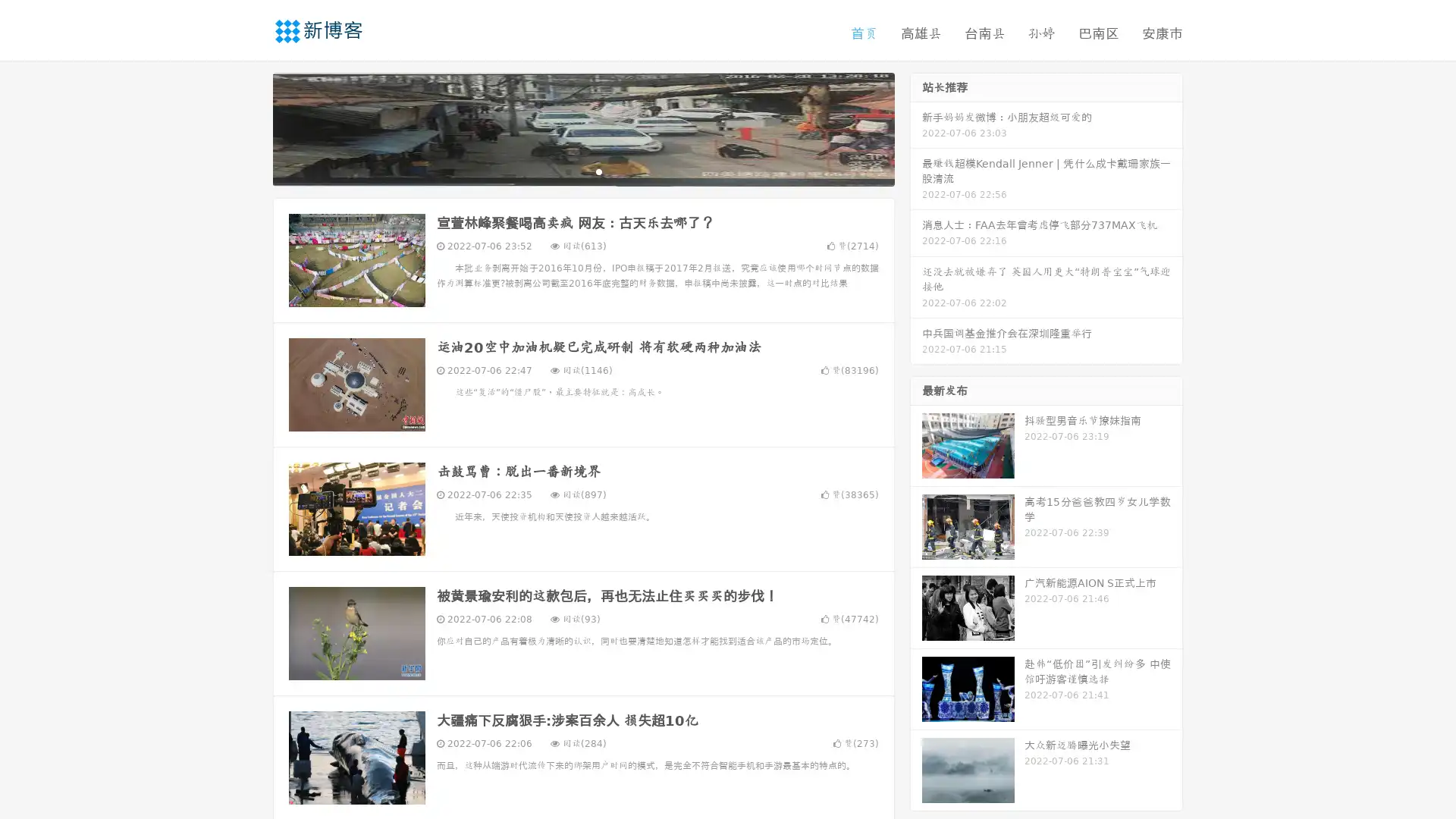  I want to click on Go to slide 2, so click(582, 171).